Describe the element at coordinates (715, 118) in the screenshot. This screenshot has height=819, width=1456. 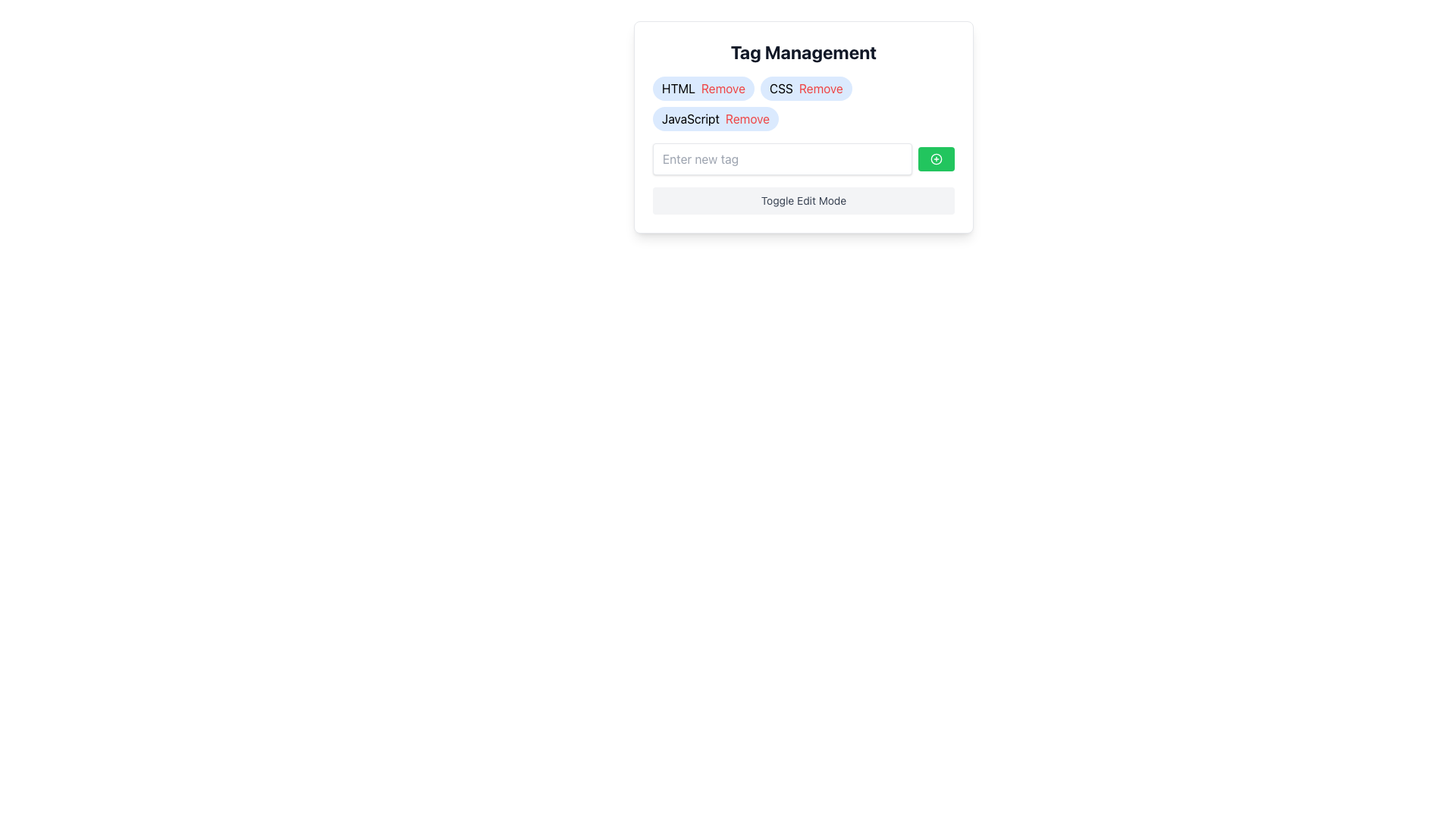
I see `the 'JavaScript' tag which has a red 'Remove' button adjacent to it, located under the 'Tag Management' header as the third tag in the group` at that location.